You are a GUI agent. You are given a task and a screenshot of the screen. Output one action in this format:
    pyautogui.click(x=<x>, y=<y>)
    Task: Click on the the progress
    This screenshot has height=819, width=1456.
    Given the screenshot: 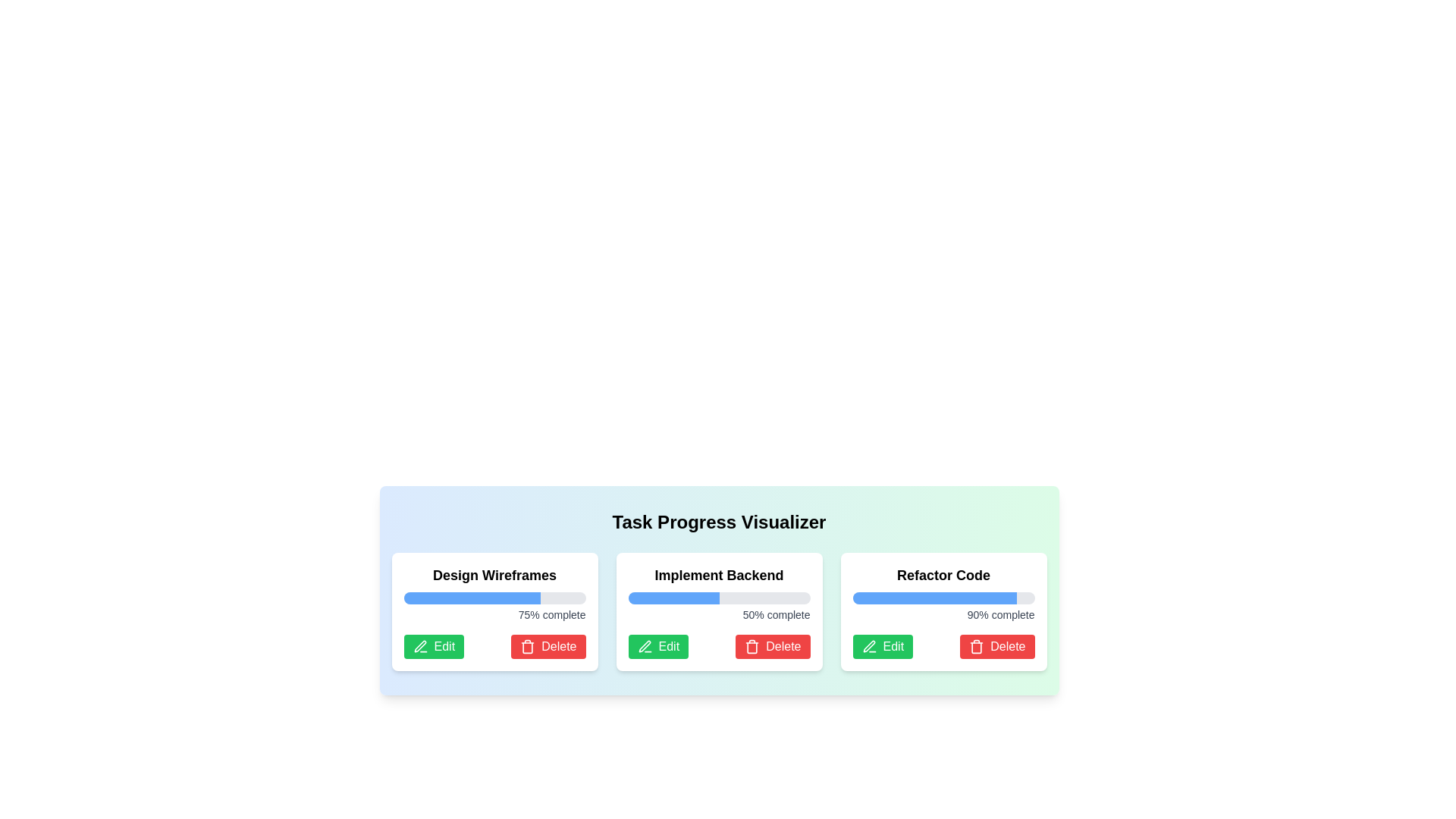 What is the action you would take?
    pyautogui.click(x=864, y=598)
    